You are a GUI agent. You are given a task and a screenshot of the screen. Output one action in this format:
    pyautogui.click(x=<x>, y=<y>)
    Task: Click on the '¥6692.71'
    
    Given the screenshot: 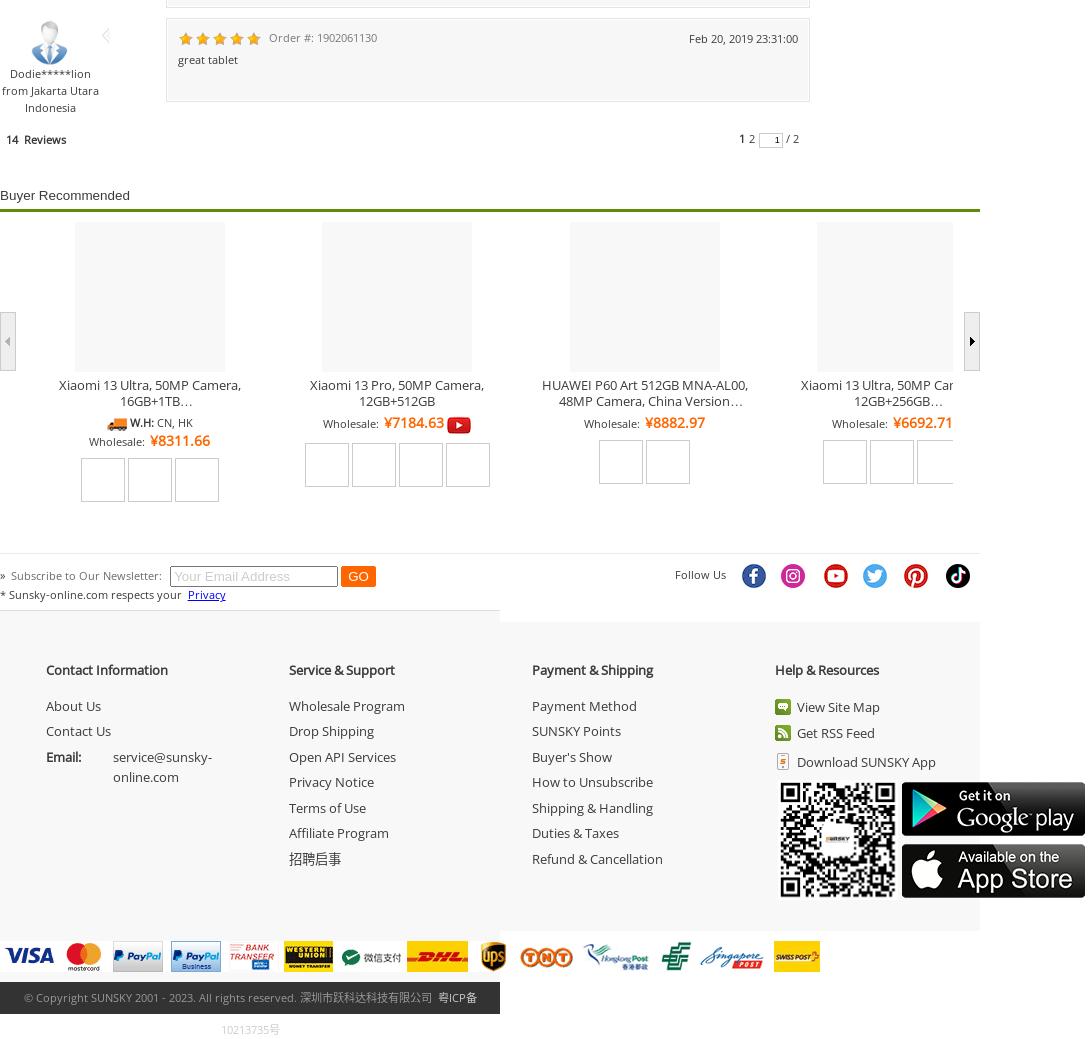 What is the action you would take?
    pyautogui.click(x=891, y=421)
    